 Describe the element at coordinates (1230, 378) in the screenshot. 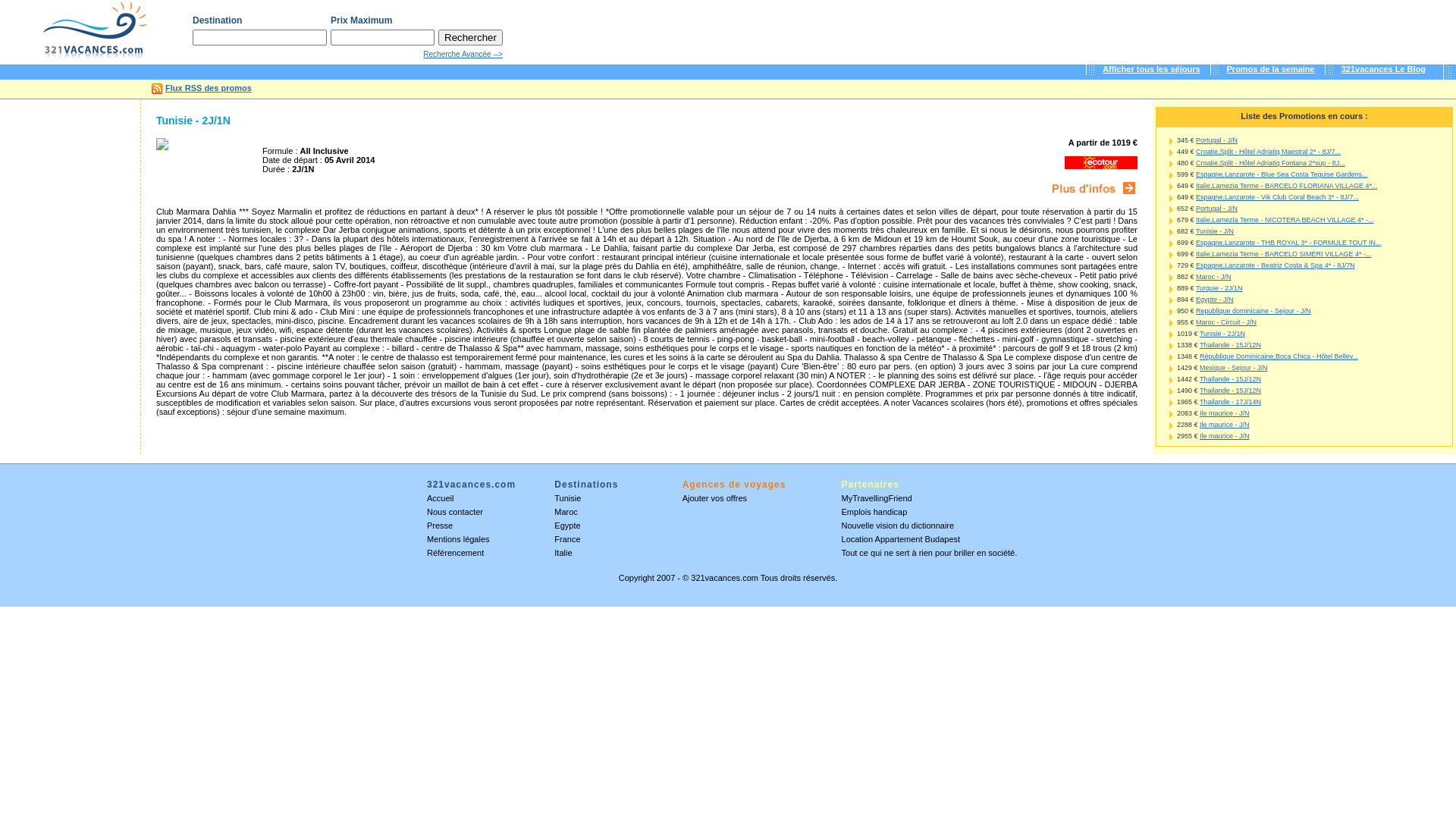

I see `'Thailande - 15J/12N'` at that location.